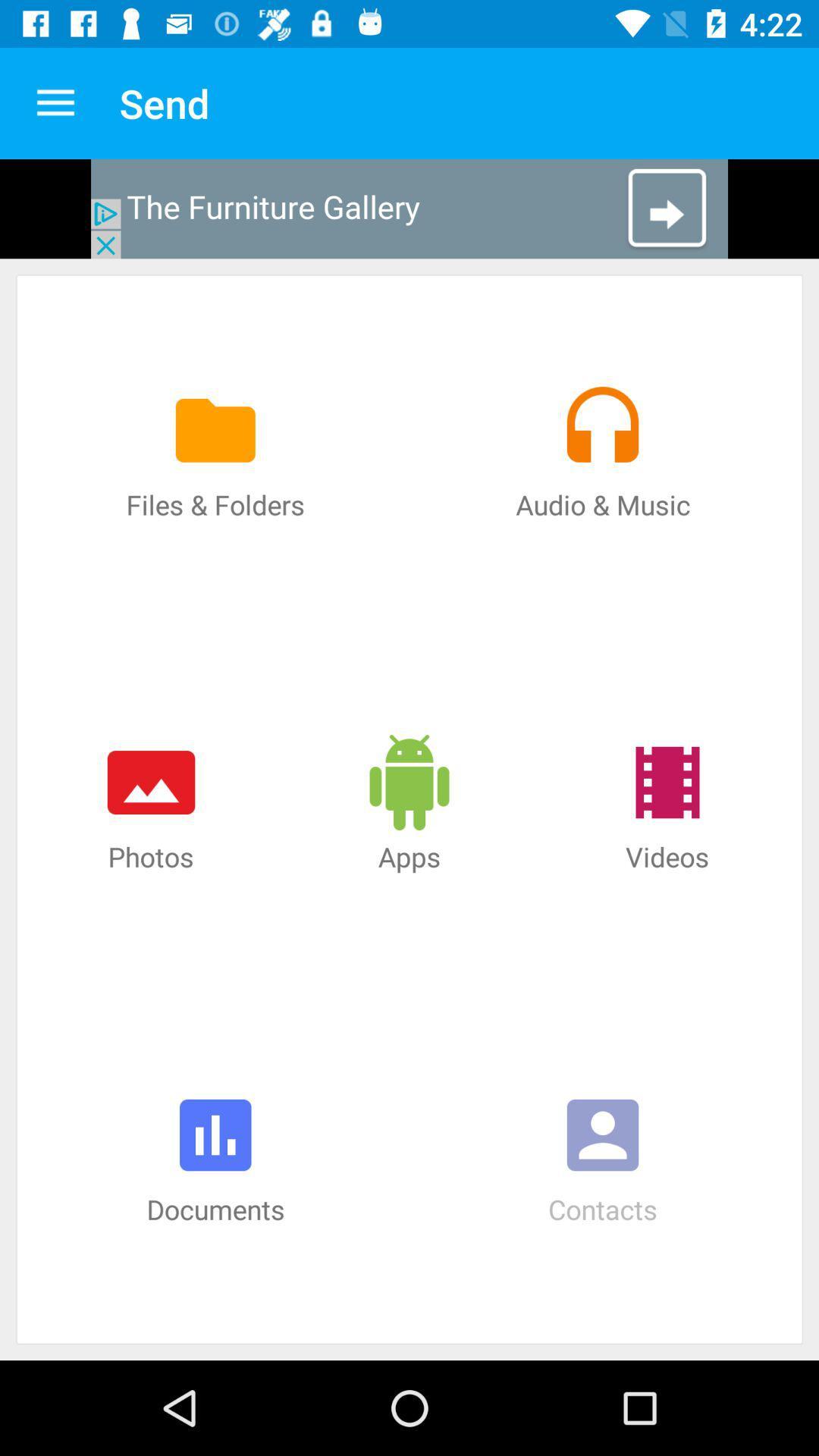 The image size is (819, 1456). I want to click on advertisement, so click(409, 208).